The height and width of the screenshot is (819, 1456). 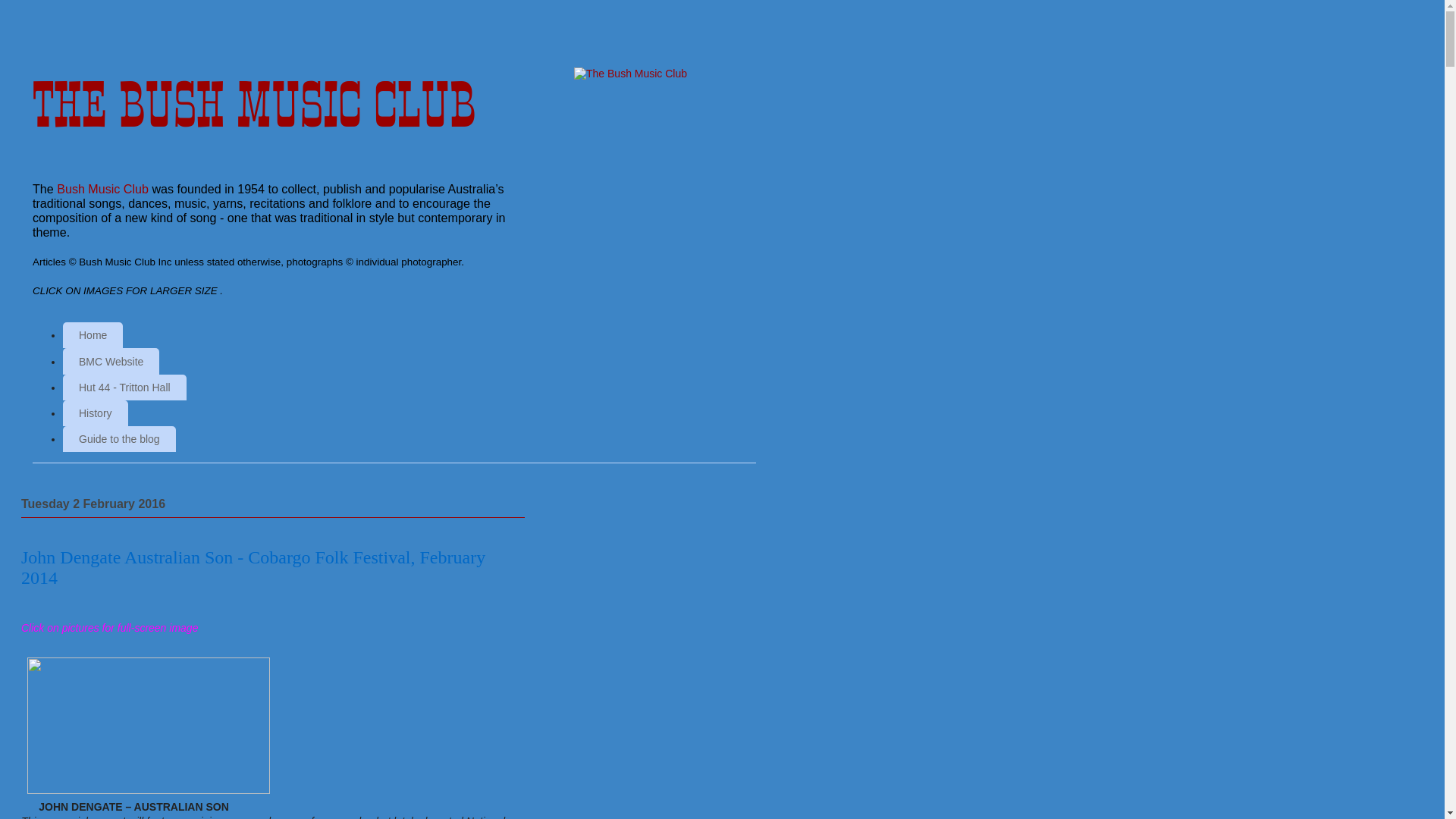 What do you see at coordinates (118, 438) in the screenshot?
I see `'Guide to the blog'` at bounding box center [118, 438].